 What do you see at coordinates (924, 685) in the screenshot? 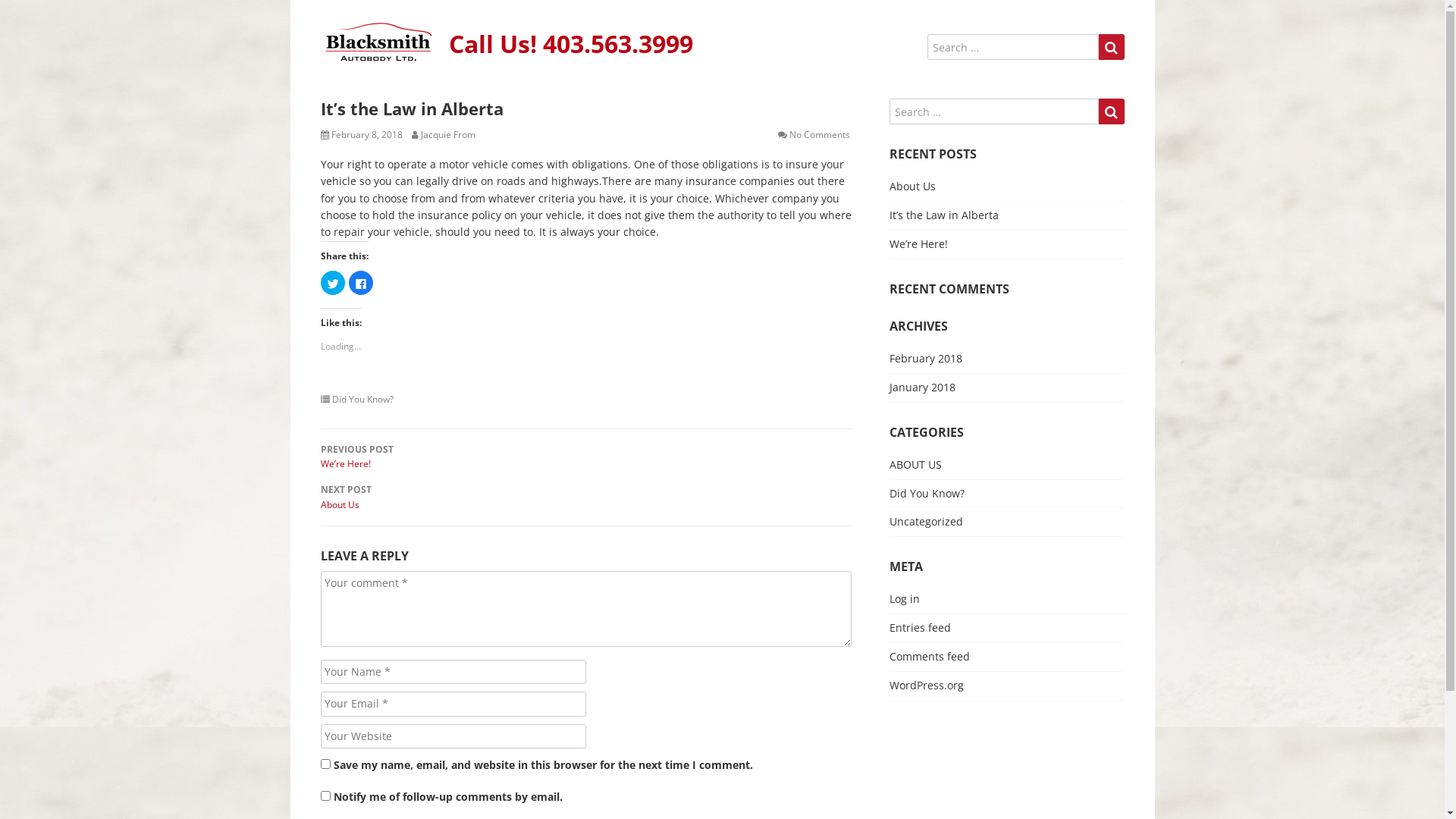
I see `'WordPress.org'` at bounding box center [924, 685].